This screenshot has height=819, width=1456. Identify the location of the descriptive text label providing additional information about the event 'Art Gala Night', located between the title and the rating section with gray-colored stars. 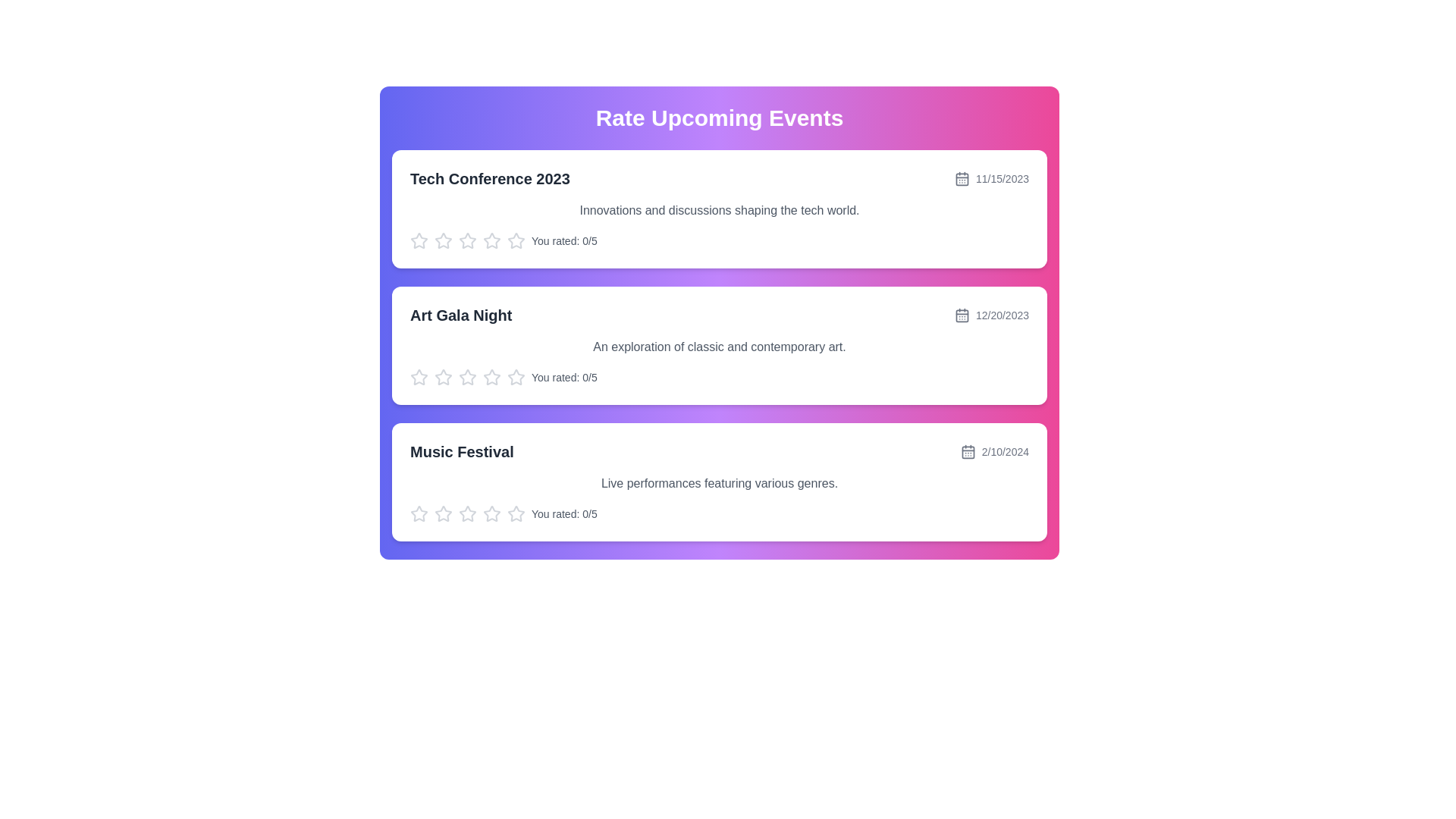
(719, 347).